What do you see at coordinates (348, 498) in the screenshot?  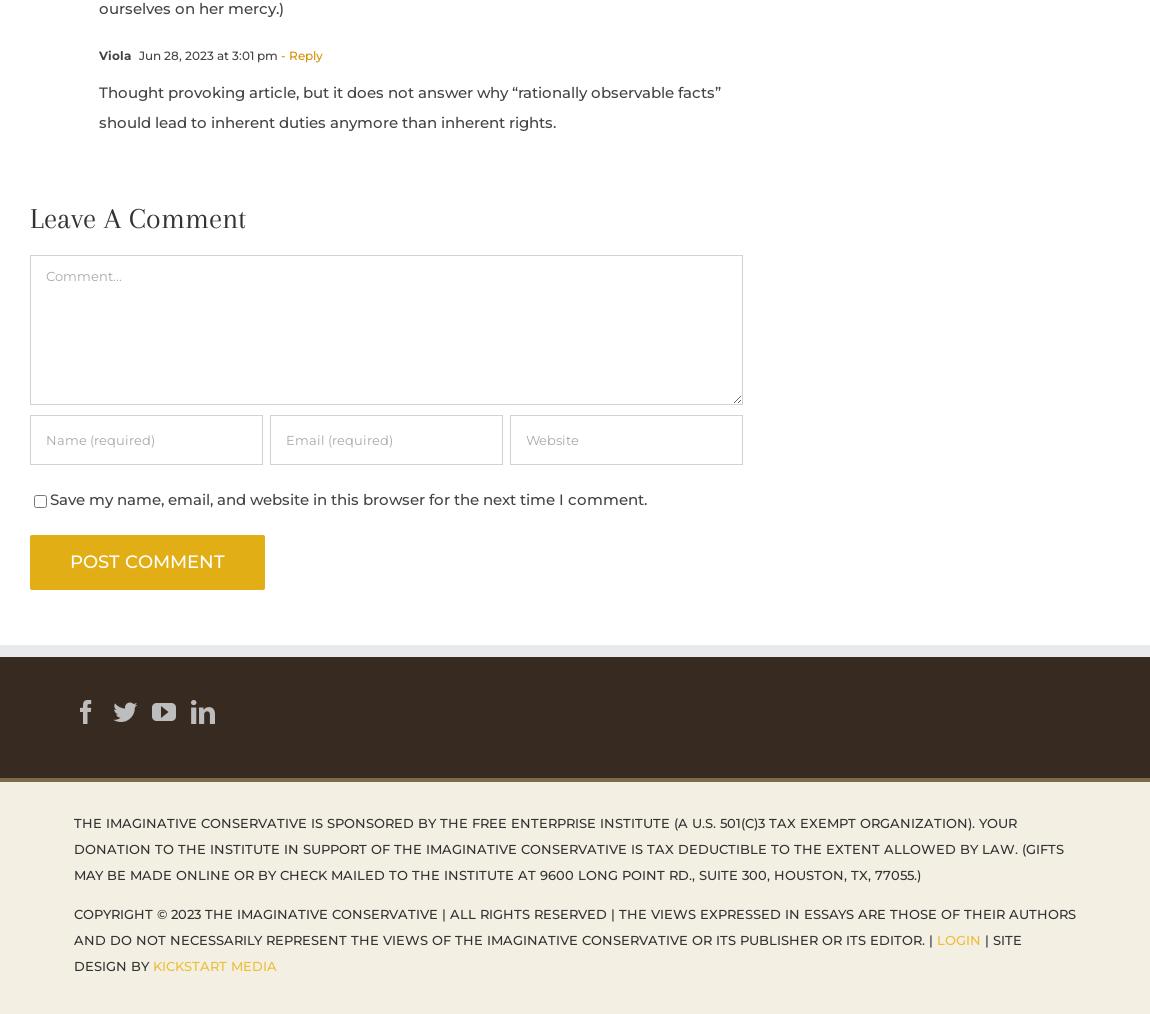 I see `'Save my name, email, and website in this browser for the next time I comment.'` at bounding box center [348, 498].